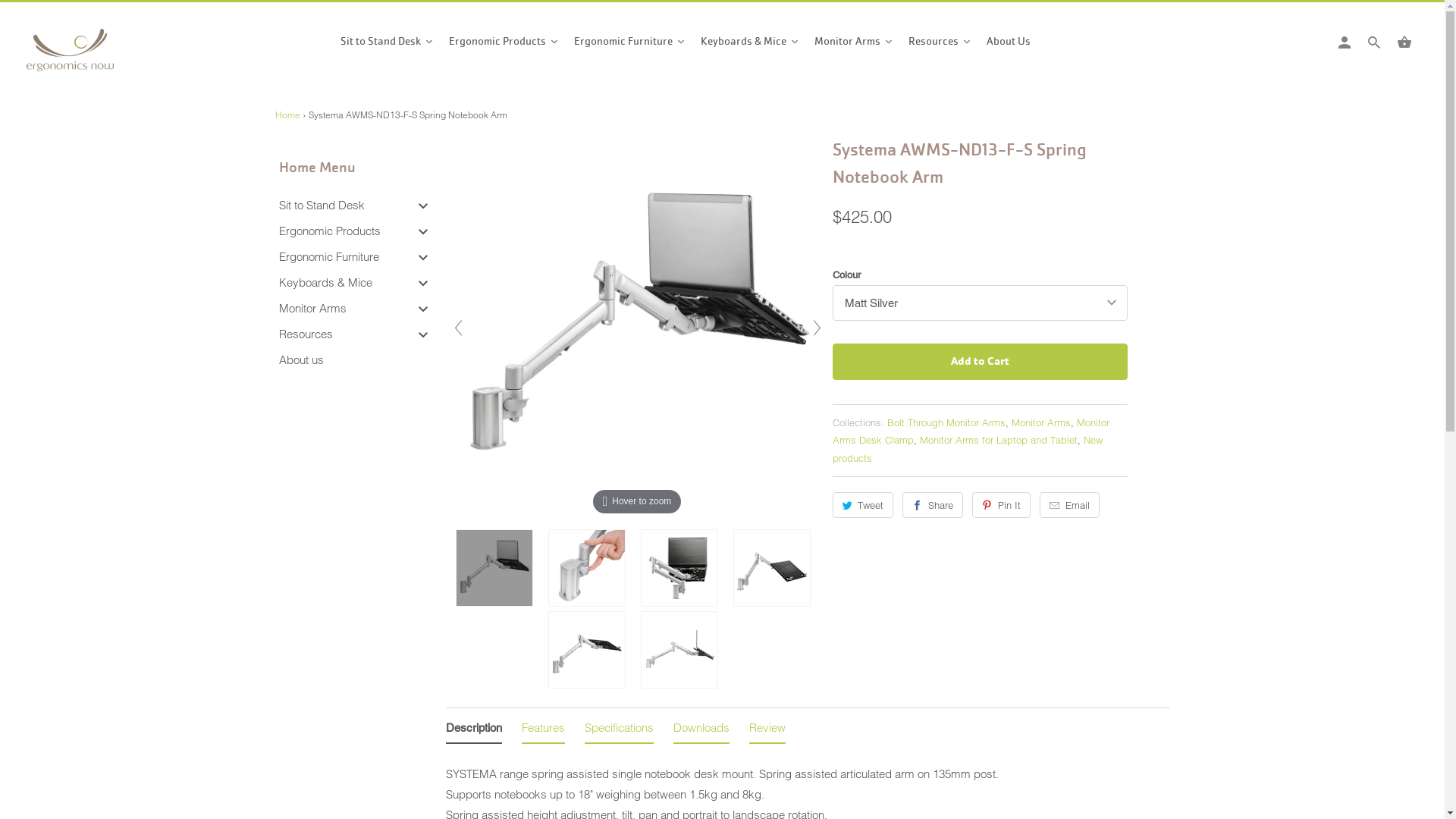 This screenshot has height=819, width=1456. What do you see at coordinates (279, 359) in the screenshot?
I see `'About us'` at bounding box center [279, 359].